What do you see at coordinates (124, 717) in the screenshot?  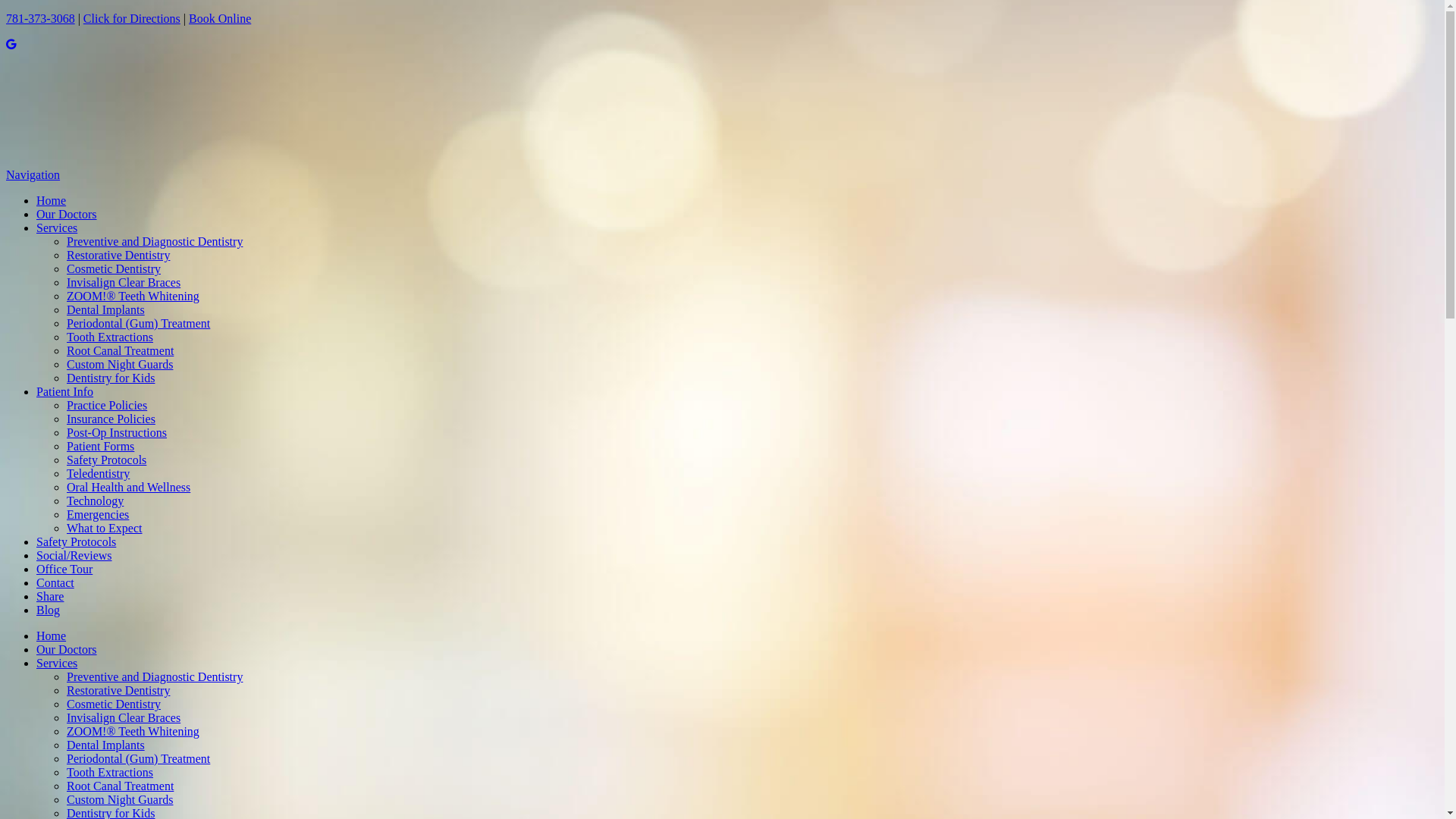 I see `'Invisalign Clear Braces'` at bounding box center [124, 717].